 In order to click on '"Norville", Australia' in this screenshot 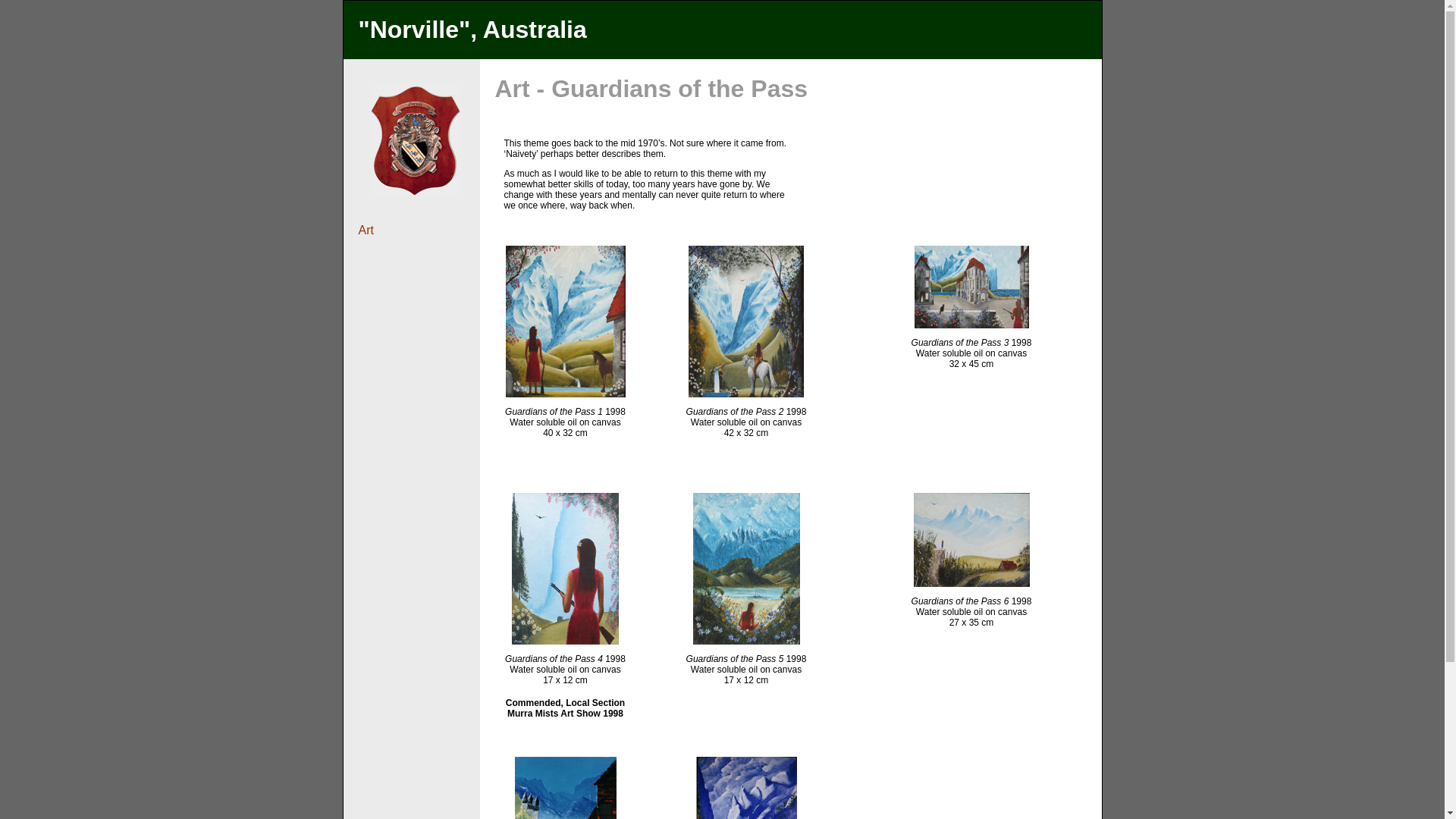, I will do `click(471, 29)`.